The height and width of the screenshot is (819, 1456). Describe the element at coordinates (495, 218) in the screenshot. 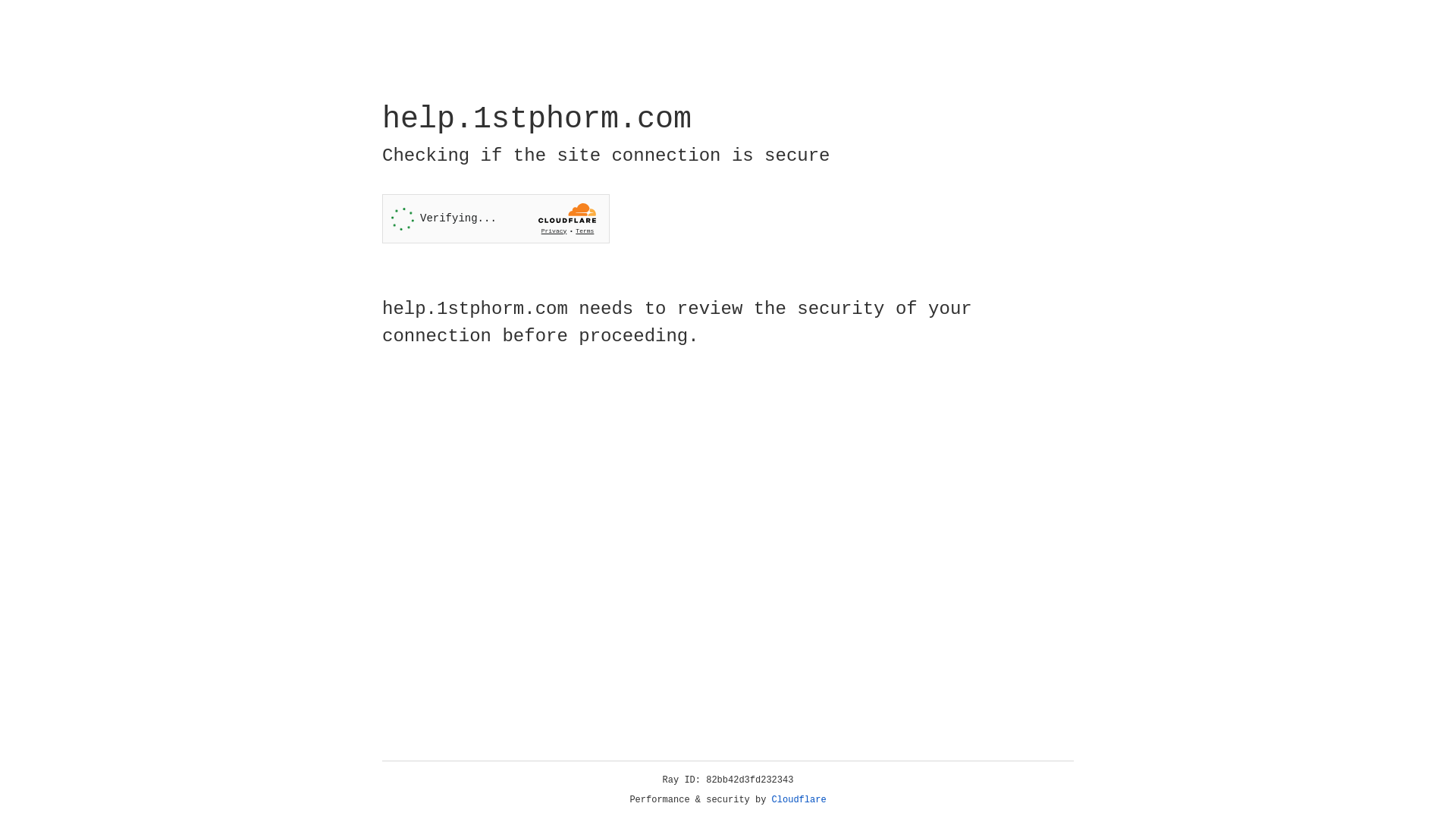

I see `'Widget containing a Cloudflare security challenge'` at that location.